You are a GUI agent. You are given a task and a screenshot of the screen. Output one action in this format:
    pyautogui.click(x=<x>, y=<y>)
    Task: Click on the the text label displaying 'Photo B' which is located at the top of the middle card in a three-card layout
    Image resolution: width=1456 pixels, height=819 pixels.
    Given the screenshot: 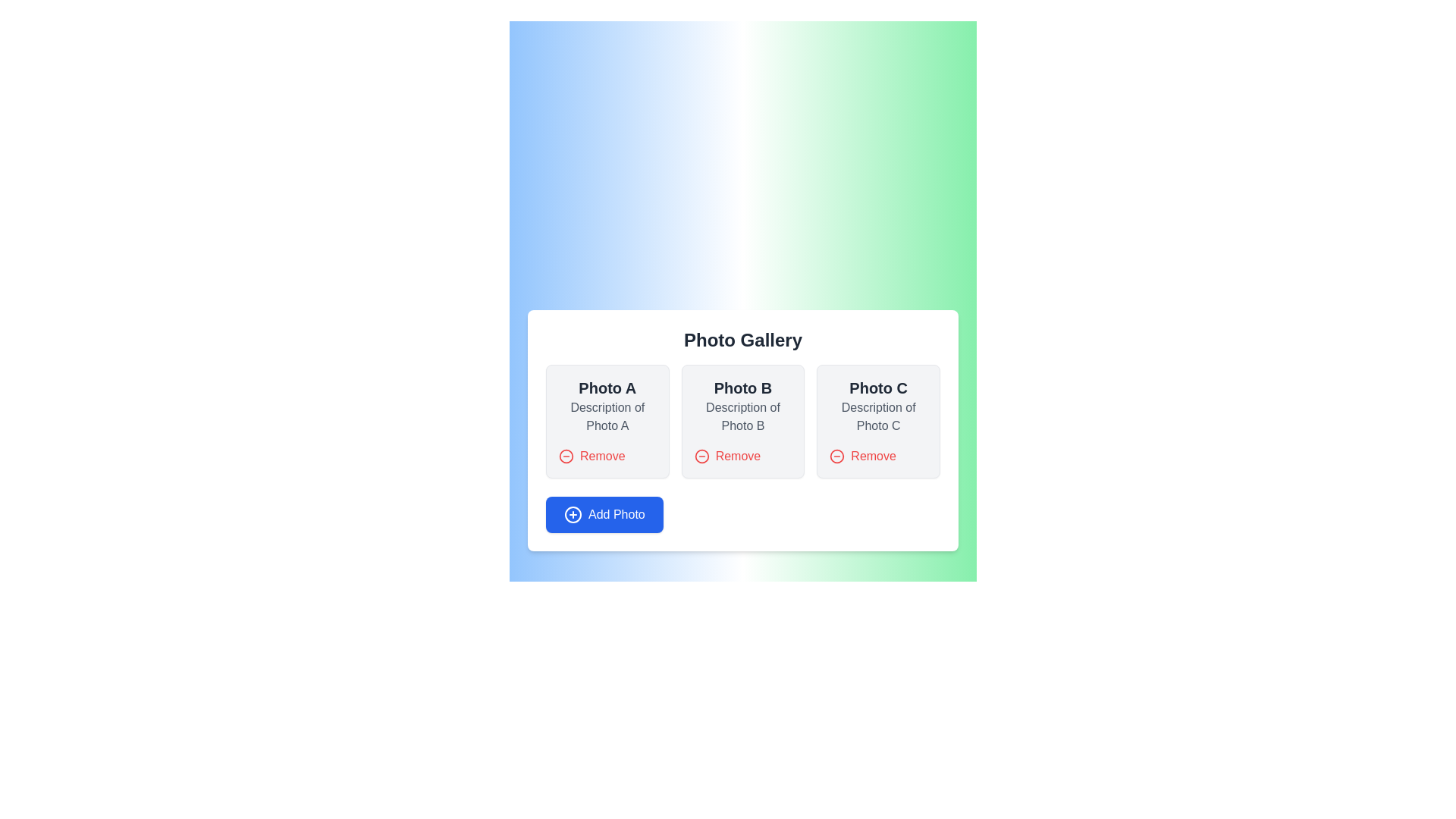 What is the action you would take?
    pyautogui.click(x=742, y=388)
    